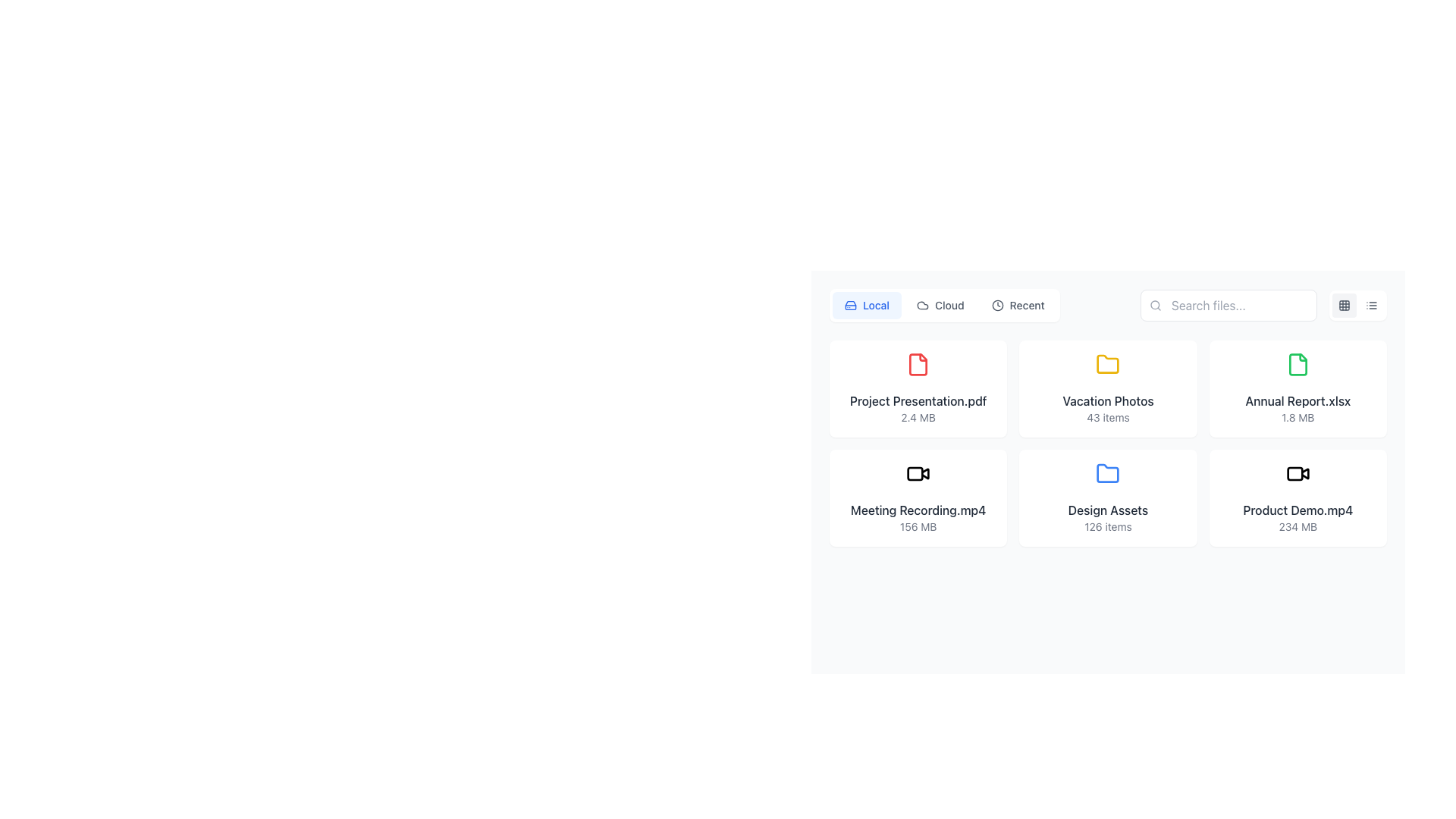 The width and height of the screenshot is (1456, 819). I want to click on the 'Local' button, so click(867, 305).